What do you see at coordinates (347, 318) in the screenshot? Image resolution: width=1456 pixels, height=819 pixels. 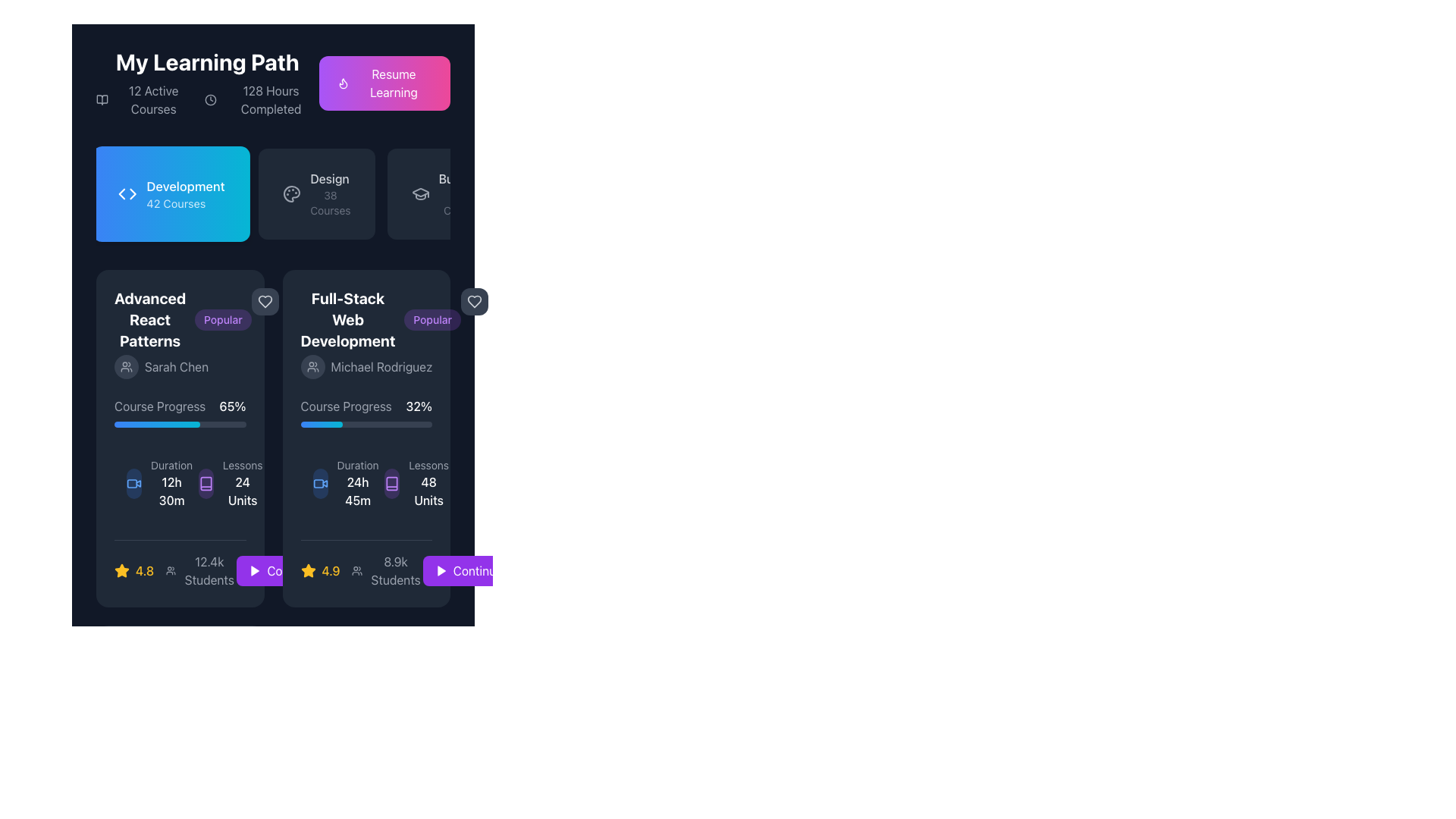 I see `the bold, white text label saying 'Full-Stack Web Development' positioned at the top of the course module card, located in the second column of the course listing layout` at bounding box center [347, 318].